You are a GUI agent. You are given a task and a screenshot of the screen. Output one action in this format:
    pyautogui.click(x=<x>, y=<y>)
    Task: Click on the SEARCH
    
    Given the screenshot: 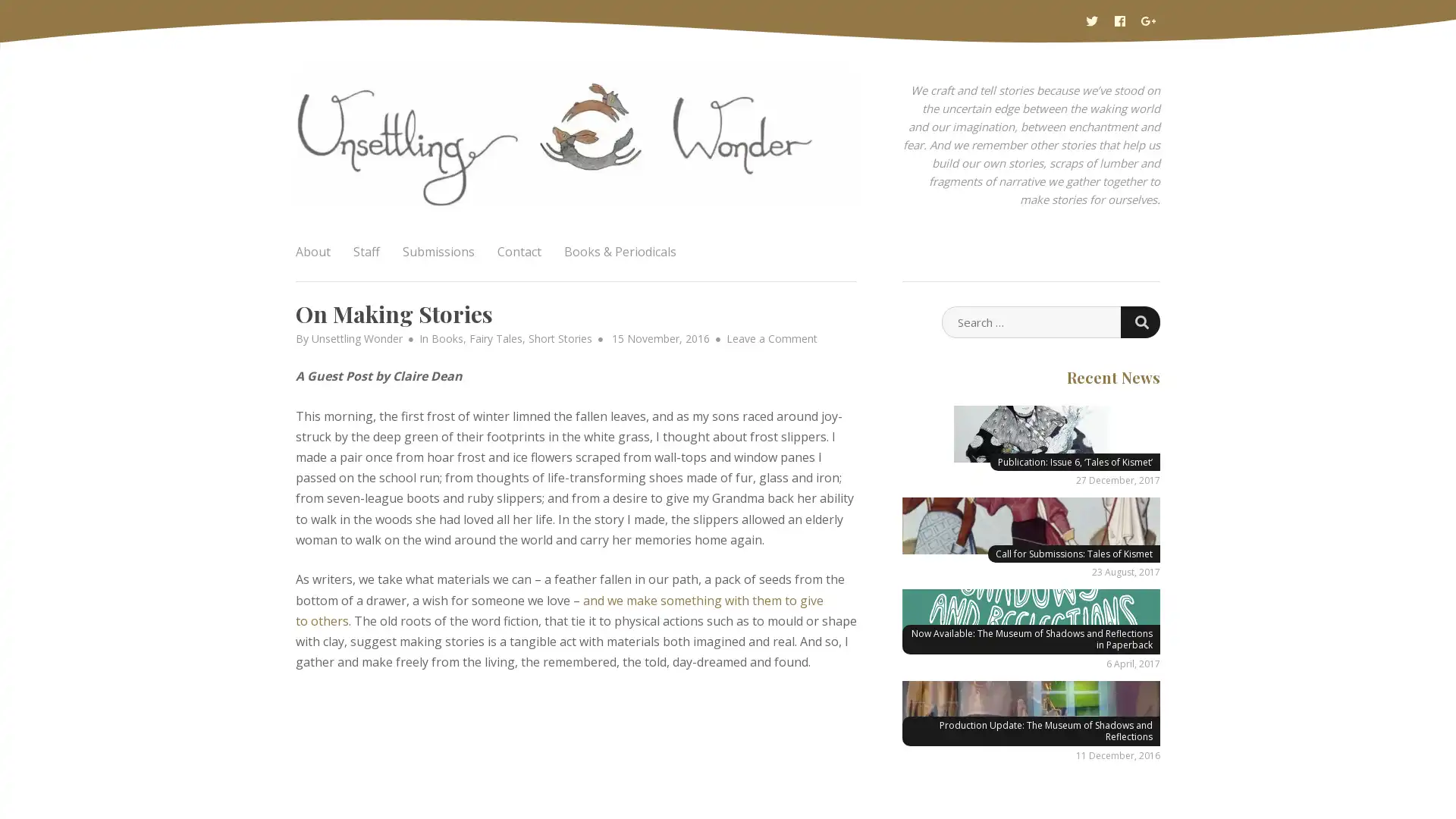 What is the action you would take?
    pyautogui.click(x=1140, y=321)
    